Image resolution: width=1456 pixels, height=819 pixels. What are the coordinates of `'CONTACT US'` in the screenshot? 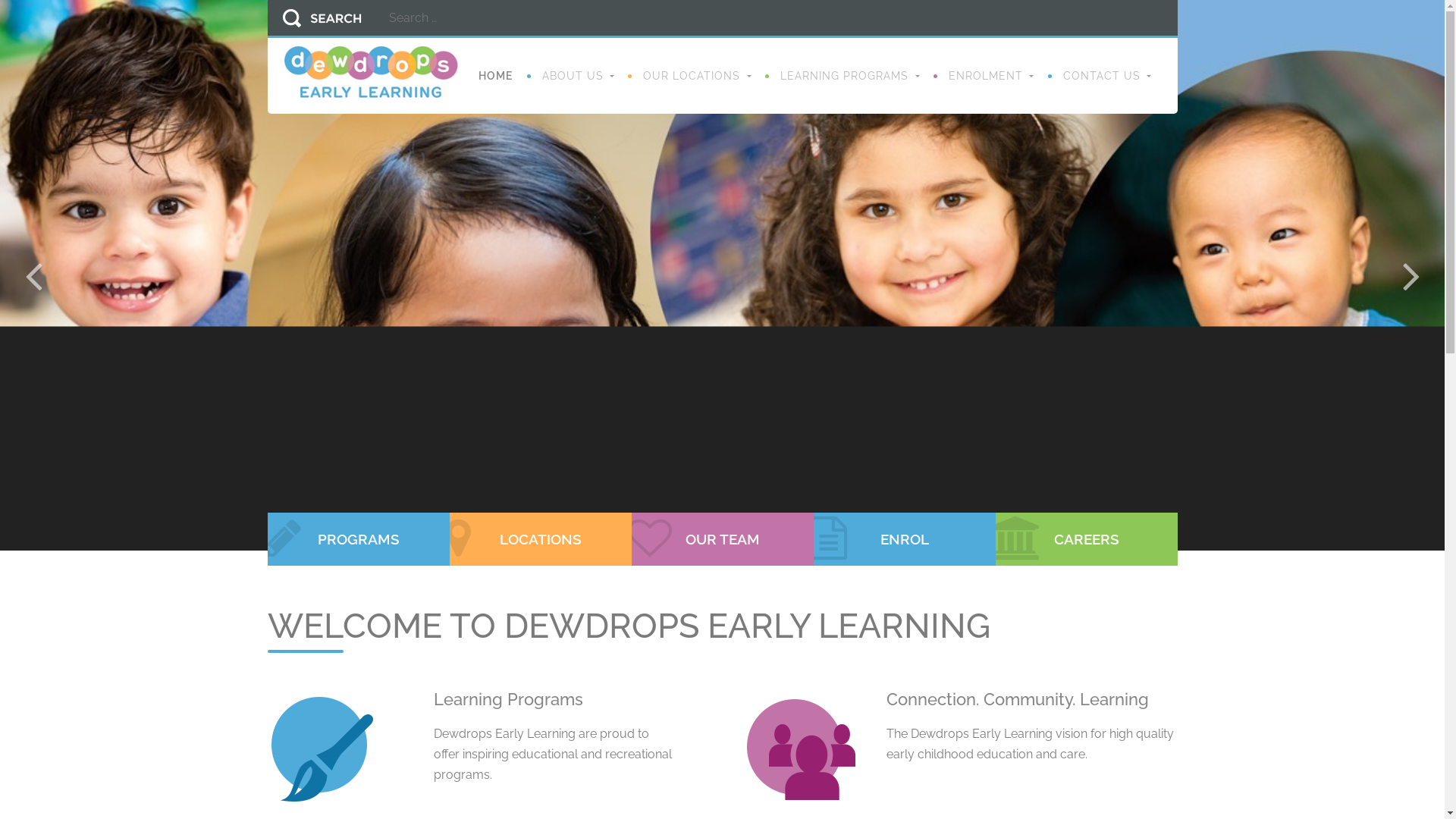 It's located at (1106, 76).